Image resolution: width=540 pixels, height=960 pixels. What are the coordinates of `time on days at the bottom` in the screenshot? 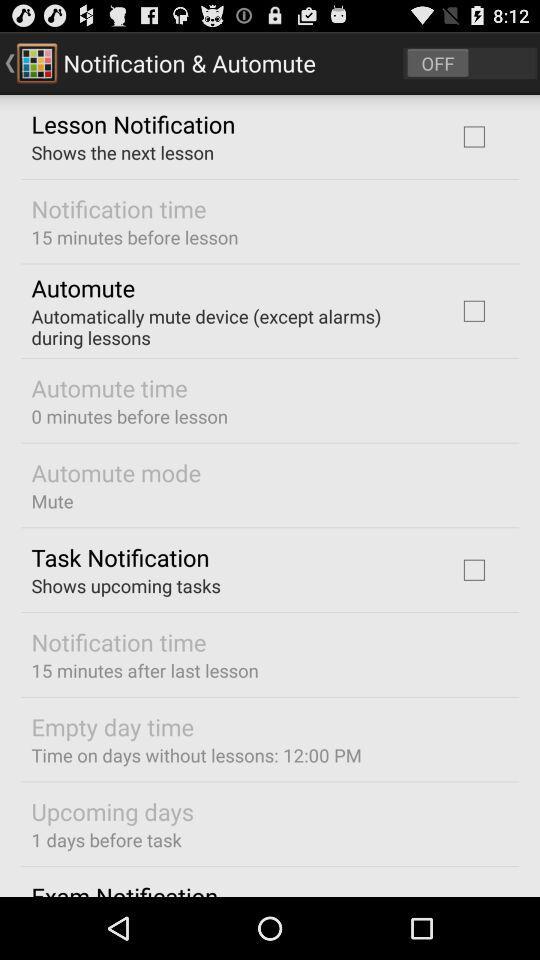 It's located at (196, 754).